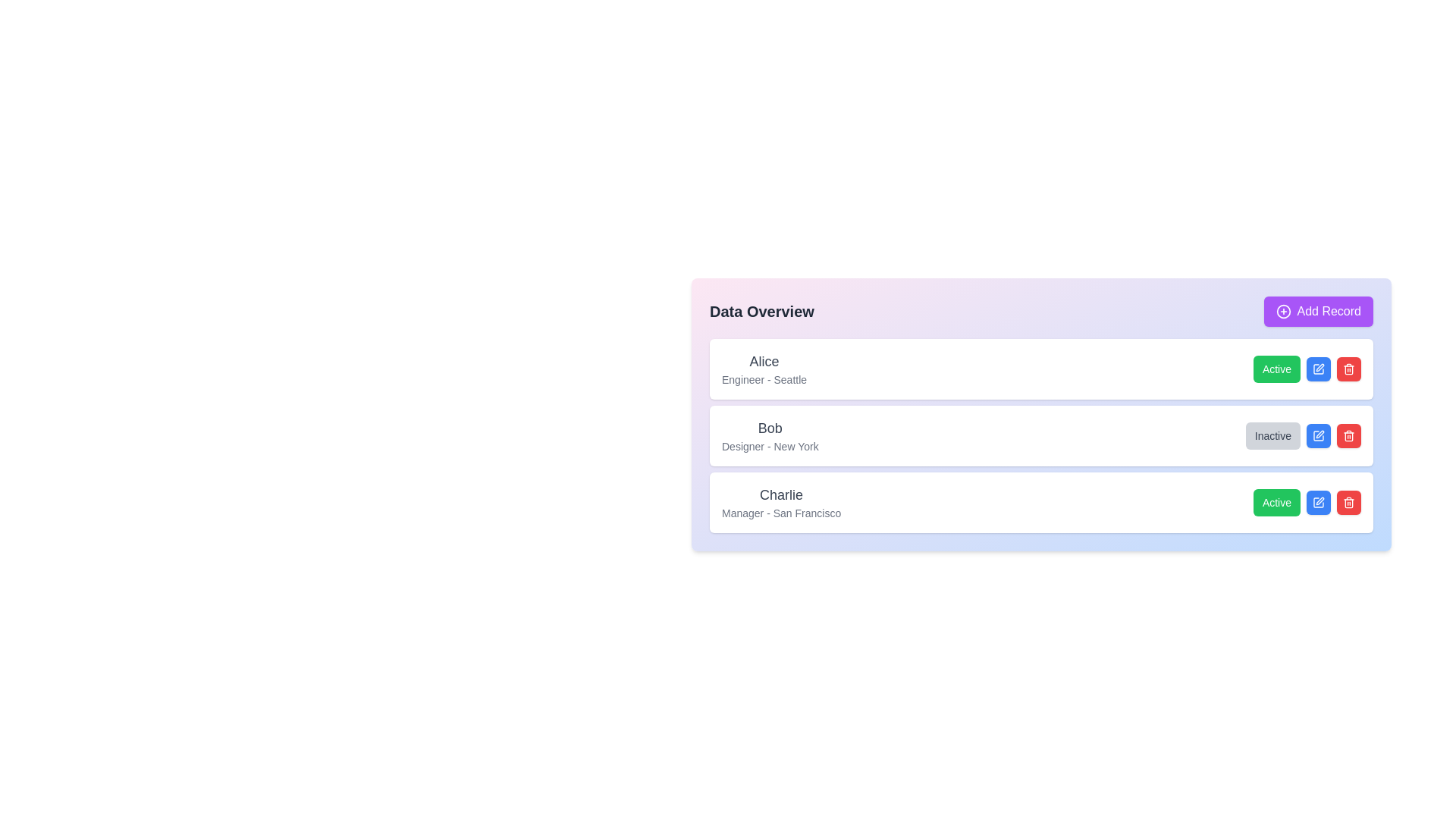  I want to click on the edit button for the individual named 'Bob' to initiate the edit action, so click(1317, 435).